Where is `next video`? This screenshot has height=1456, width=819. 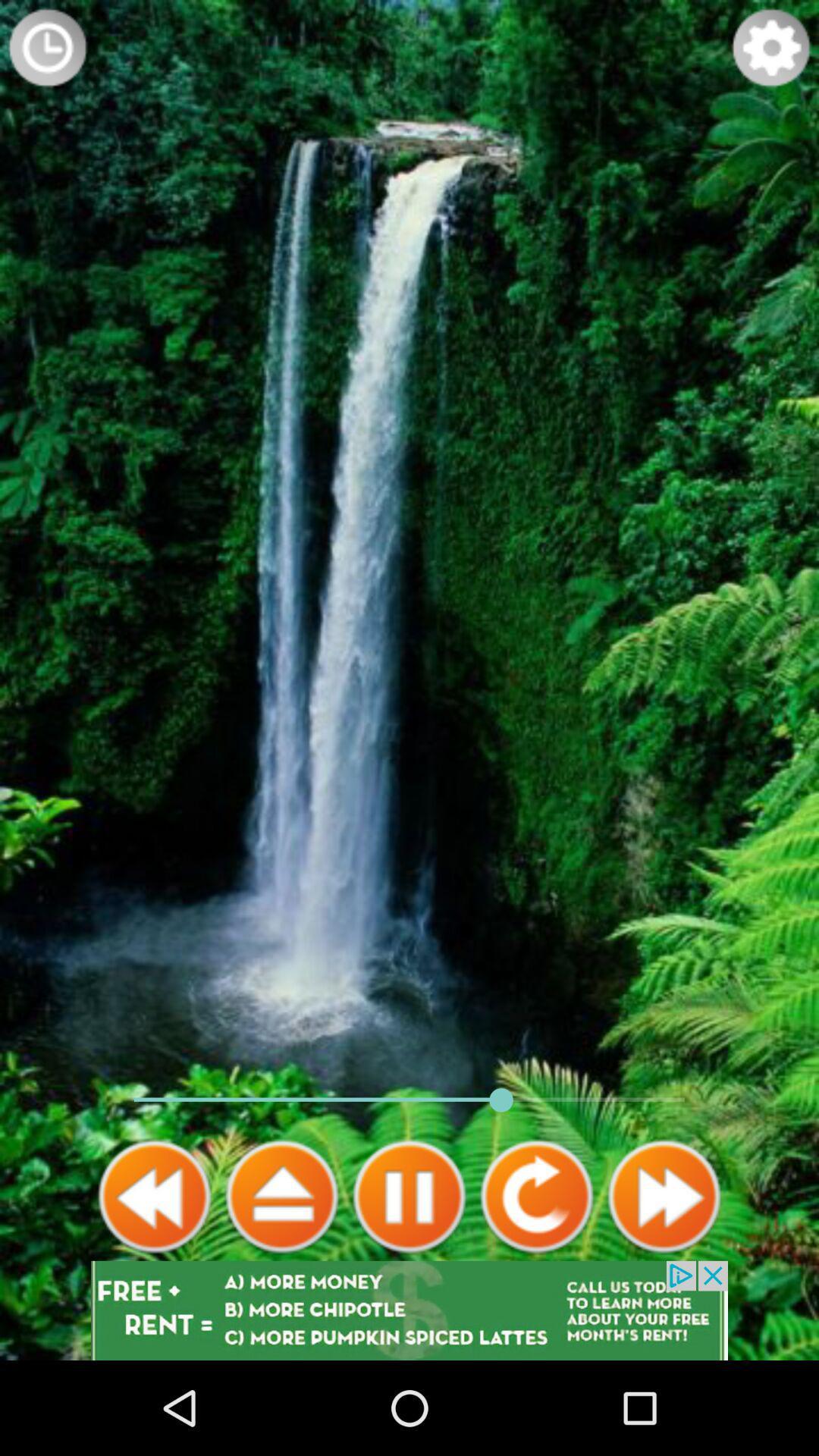 next video is located at coordinates (281, 1196).